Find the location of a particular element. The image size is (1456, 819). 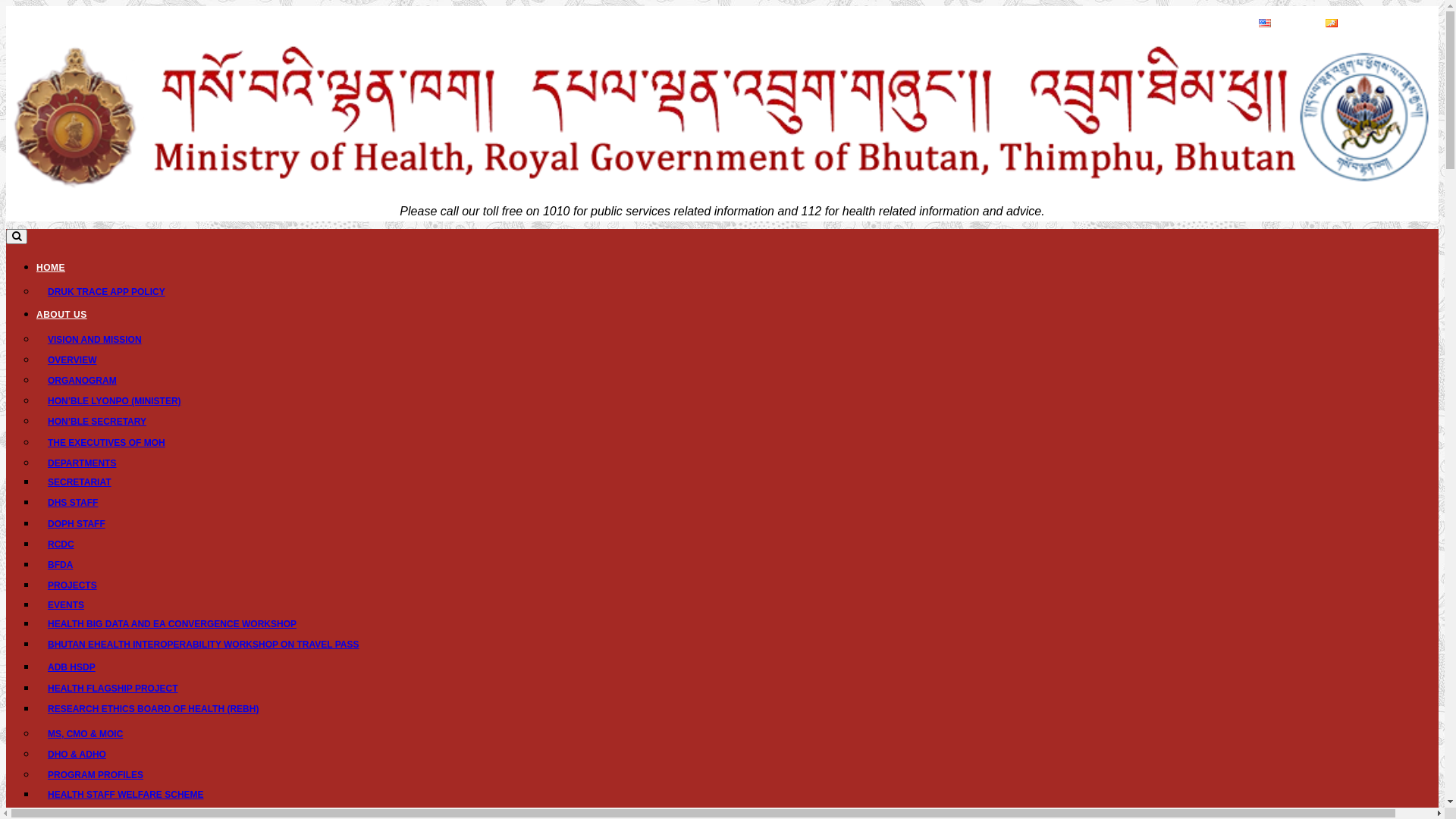

'Toggle search' is located at coordinates (17, 236).